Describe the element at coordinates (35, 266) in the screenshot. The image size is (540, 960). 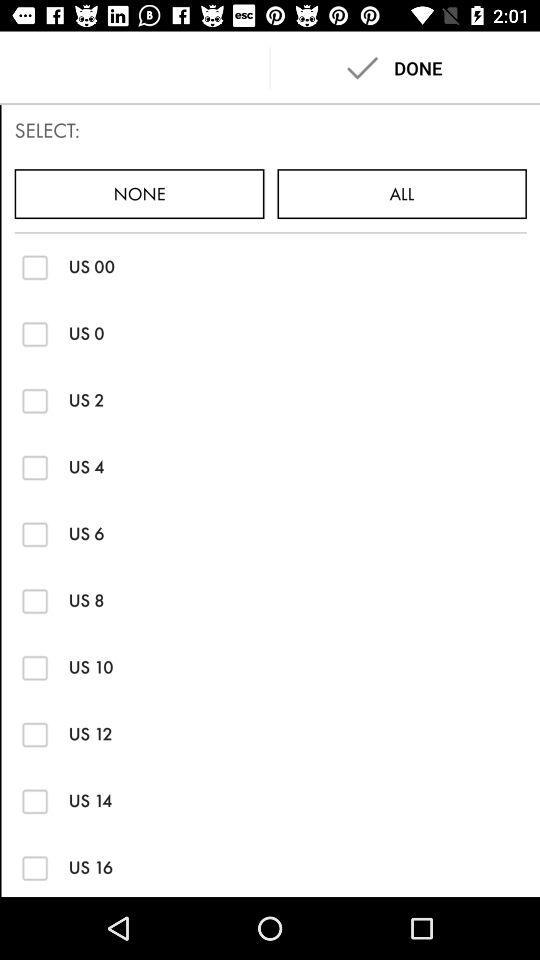
I see `check option box` at that location.